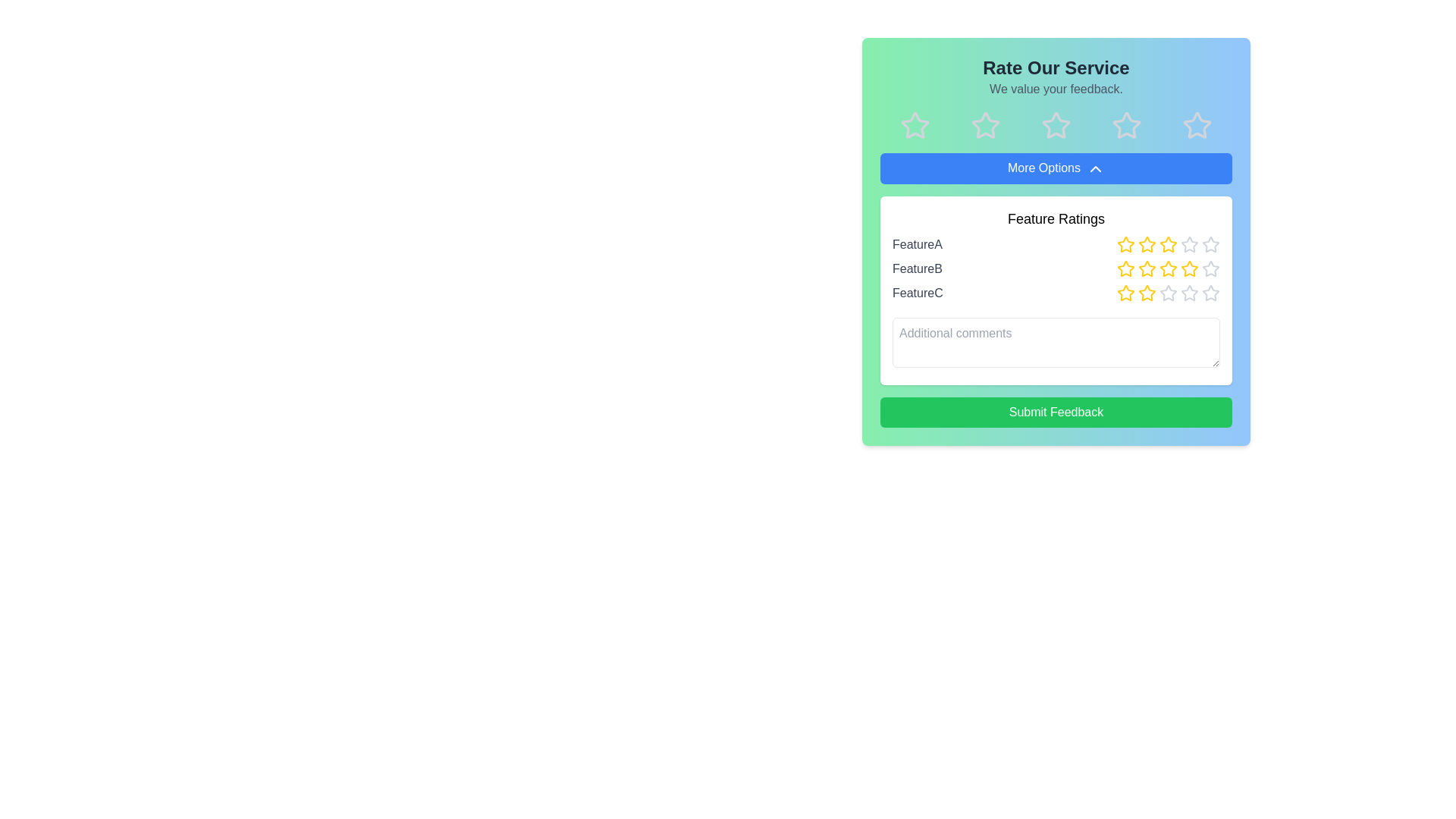 This screenshot has height=819, width=1456. Describe the element at coordinates (1125, 243) in the screenshot. I see `the first yellow outlined star icon in the third row of the 'Feature Ratings' section for 'FeatureA', which has a glowing effect to indicate interaction` at that location.